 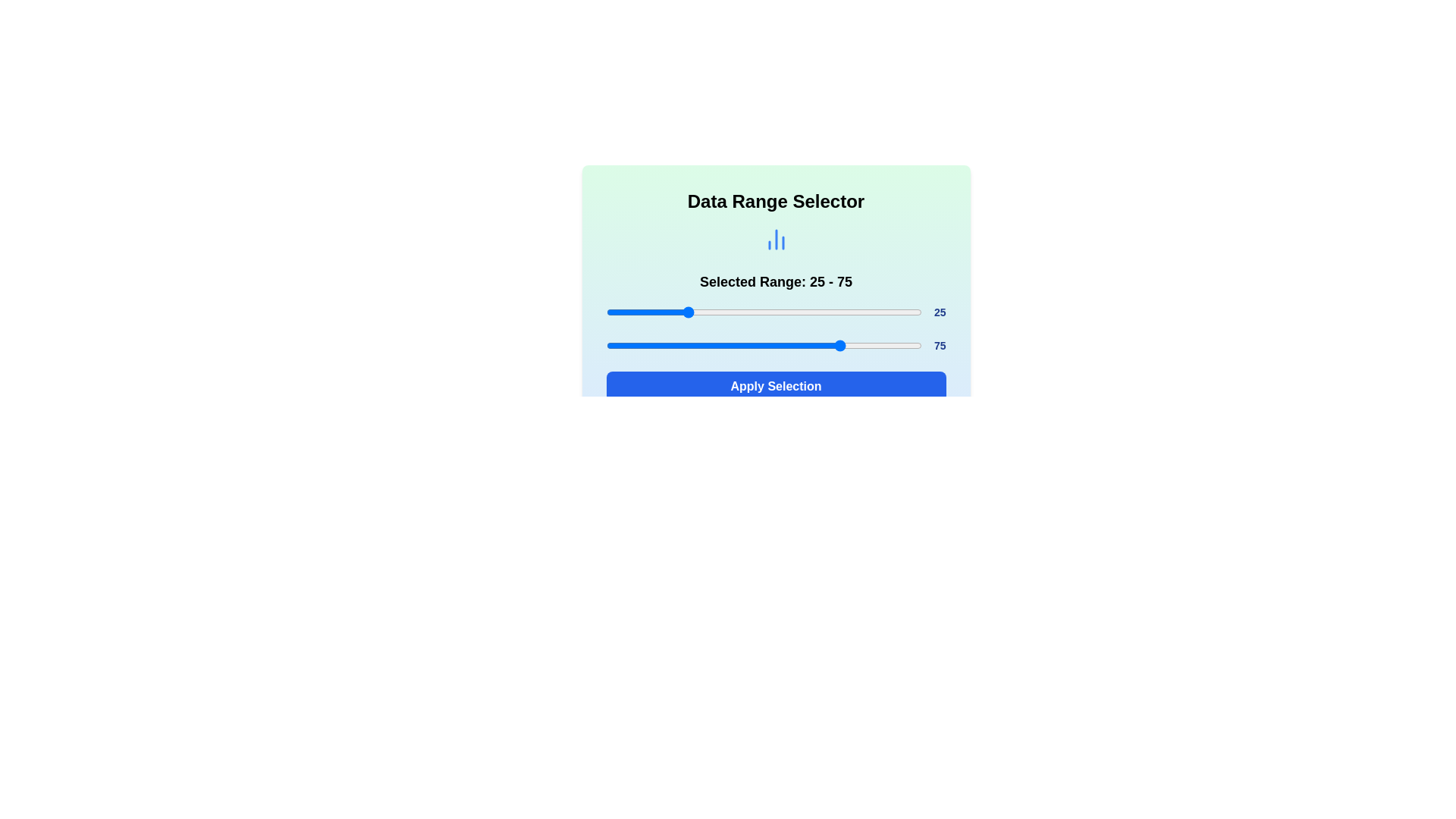 What do you see at coordinates (605, 312) in the screenshot?
I see `the slider to set its value to 0` at bounding box center [605, 312].